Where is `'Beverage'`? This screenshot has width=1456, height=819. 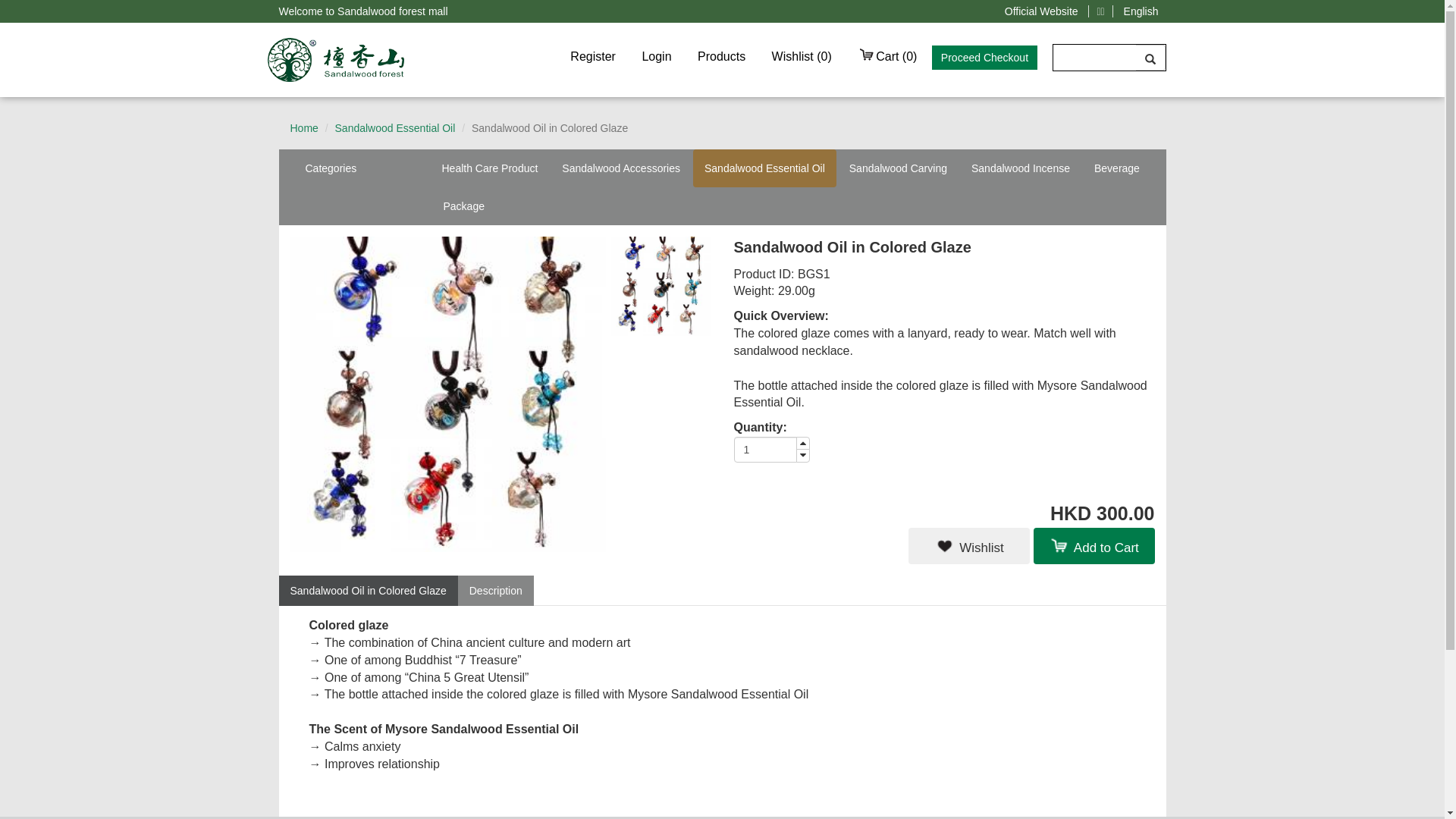 'Beverage' is located at coordinates (1117, 168).